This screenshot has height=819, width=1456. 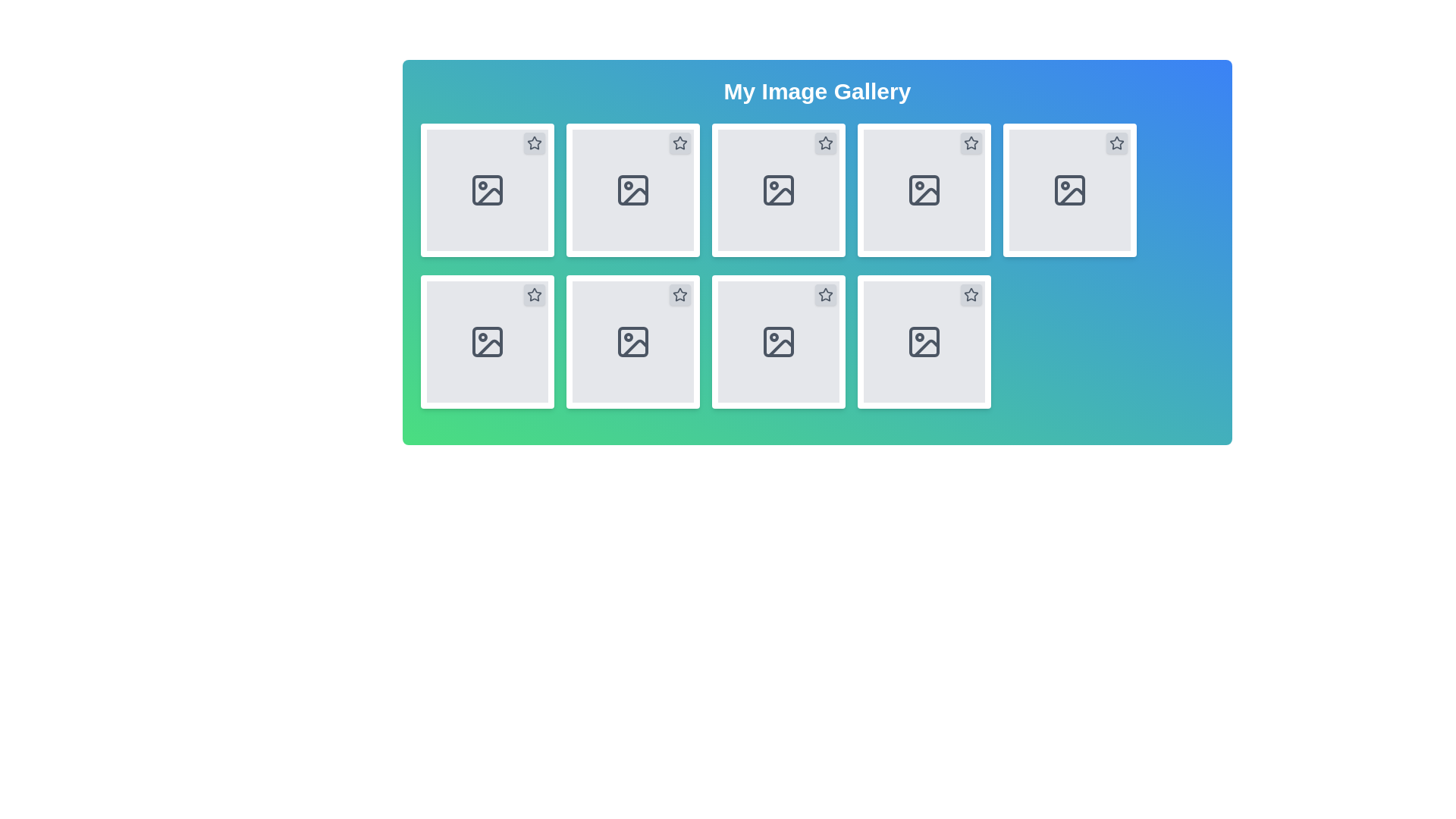 What do you see at coordinates (924, 189) in the screenshot?
I see `the fourth card in the image gallery located below the 'My Image Gallery' text` at bounding box center [924, 189].